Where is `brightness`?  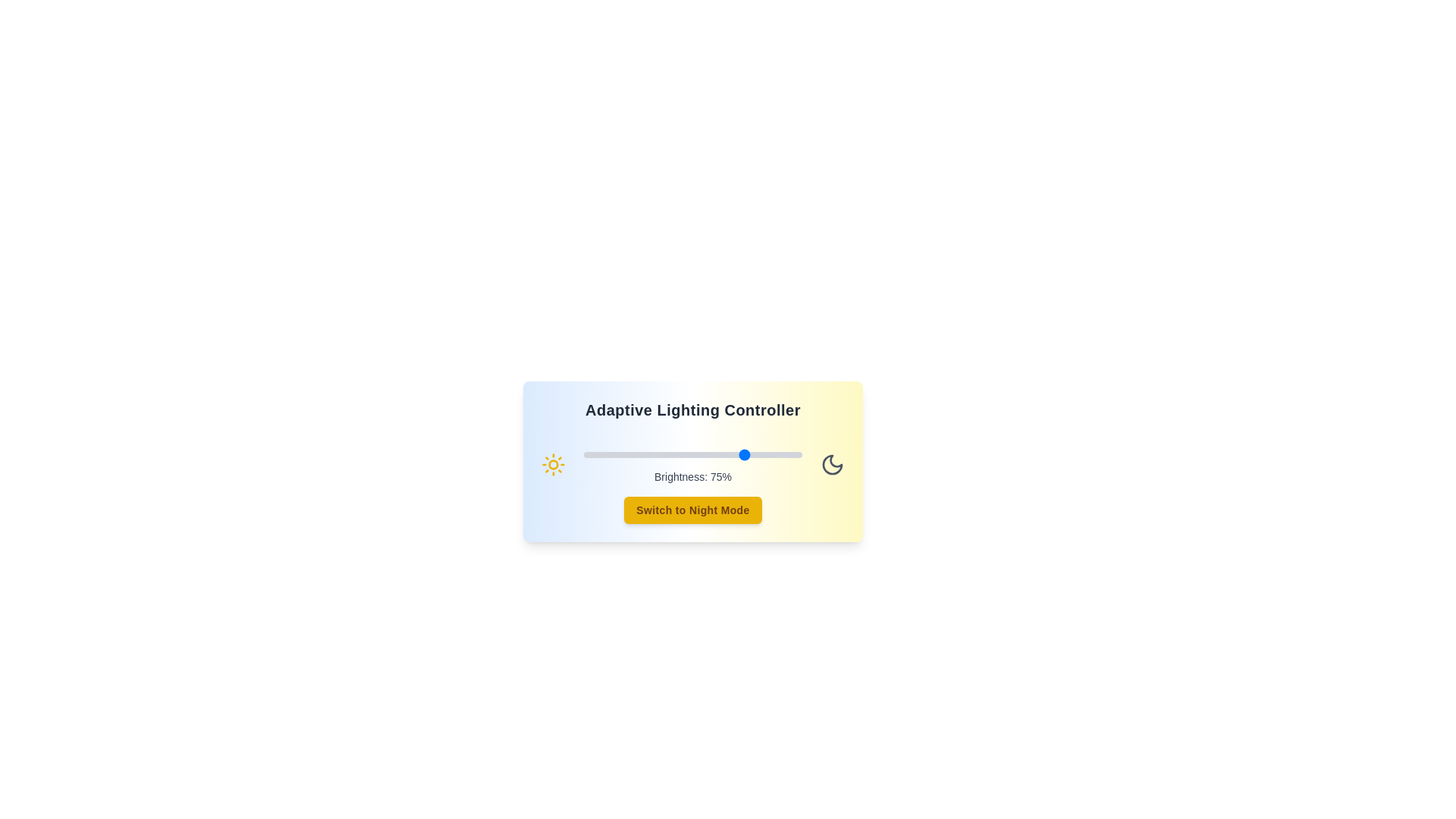
brightness is located at coordinates (673, 454).